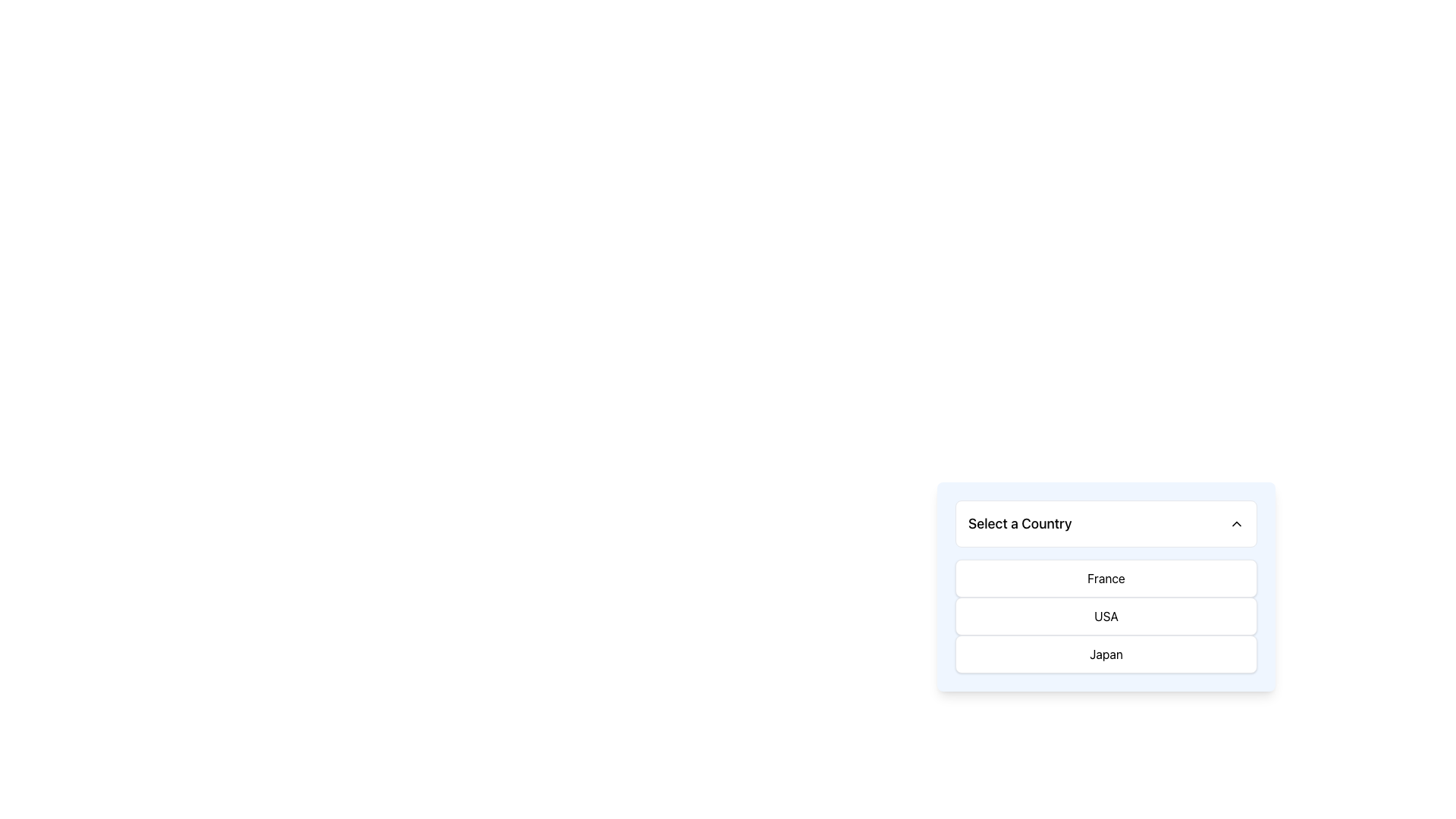 This screenshot has width=1456, height=819. What do you see at coordinates (1106, 579) in the screenshot?
I see `the rectangular white button labeled 'France'` at bounding box center [1106, 579].